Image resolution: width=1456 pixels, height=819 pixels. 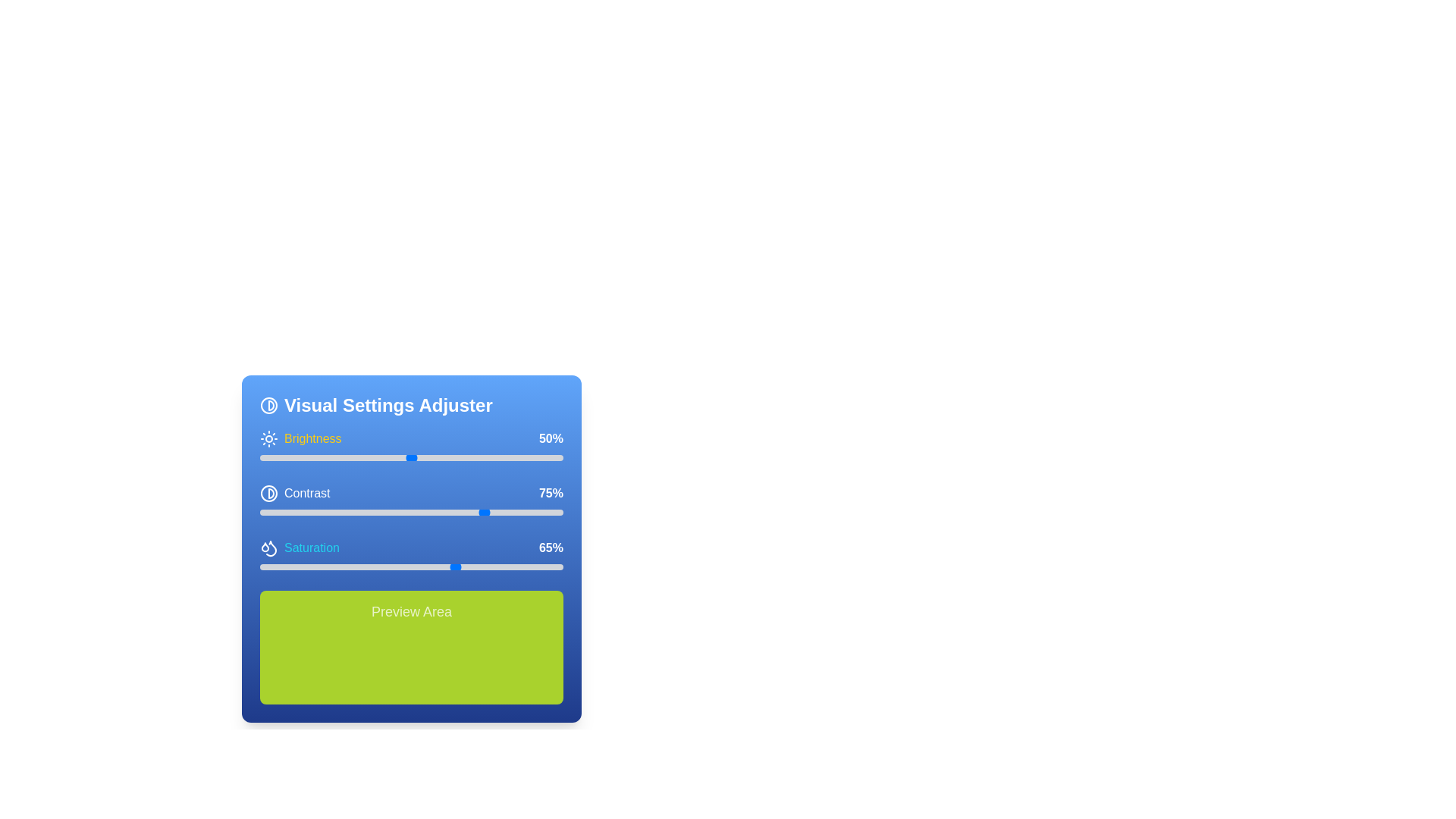 I want to click on contrast, so click(x=459, y=512).